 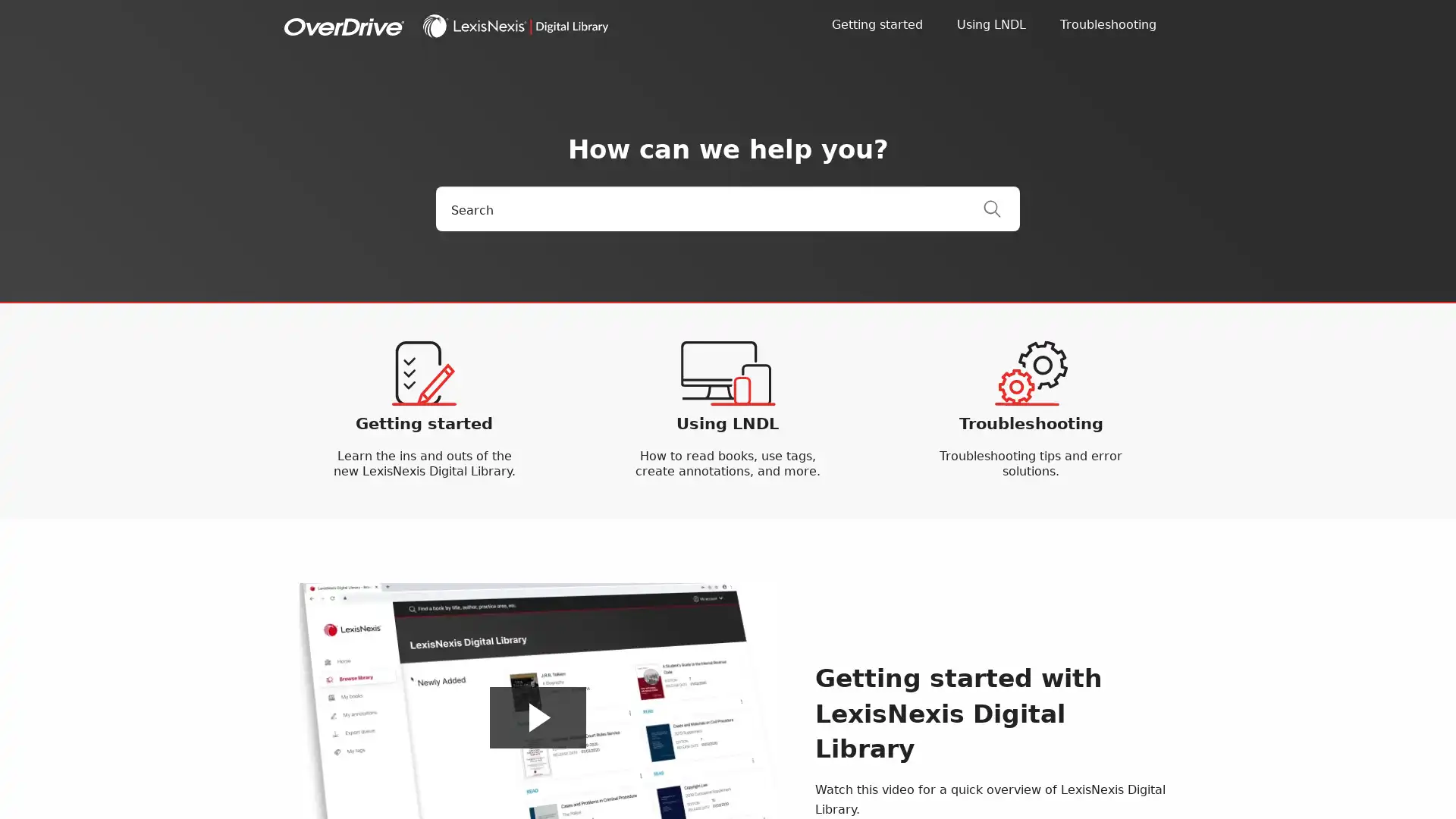 What do you see at coordinates (1001, 209) in the screenshot?
I see `Search` at bounding box center [1001, 209].